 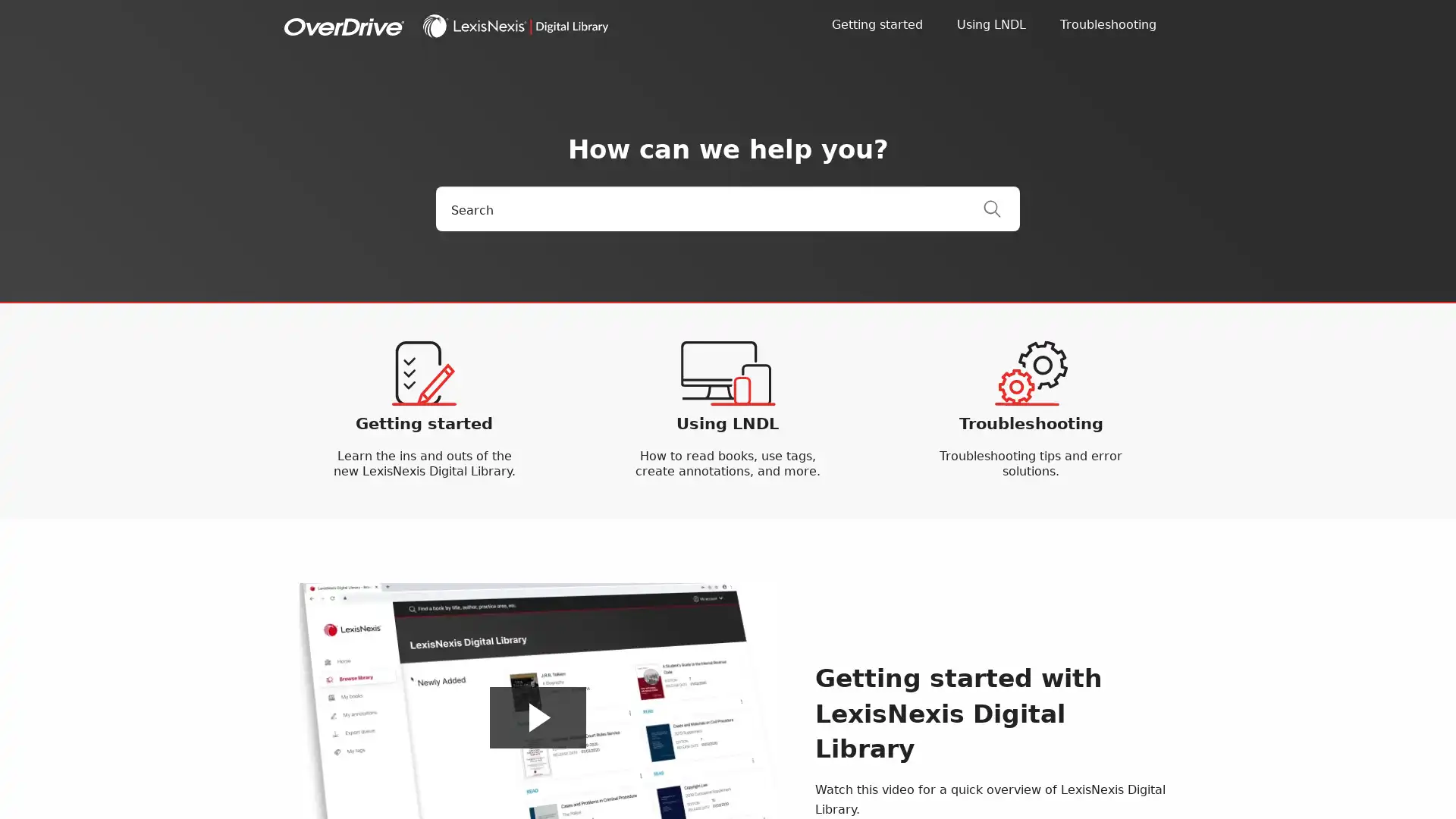 What do you see at coordinates (1001, 209) in the screenshot?
I see `Search` at bounding box center [1001, 209].